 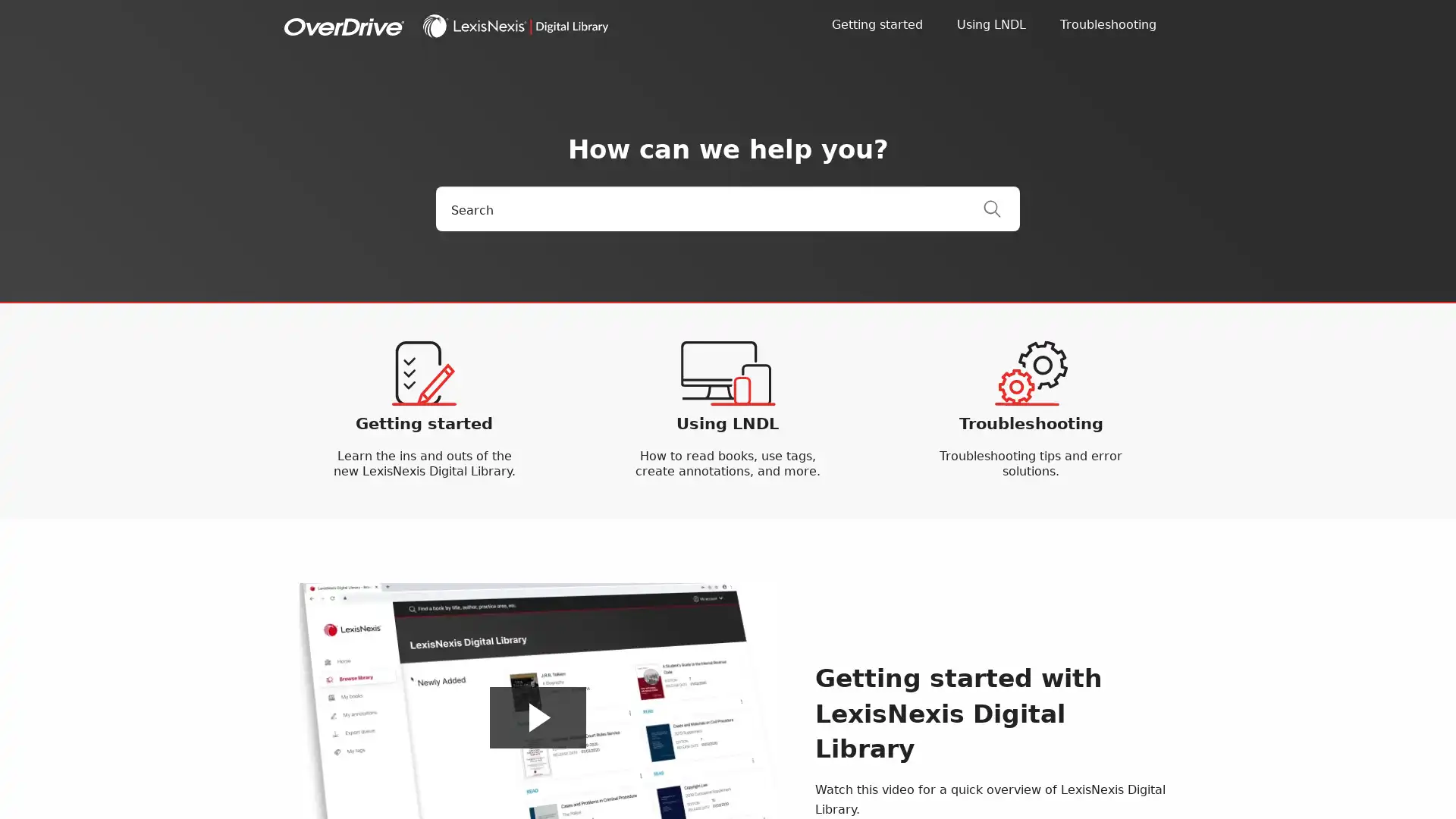 What do you see at coordinates (1001, 209) in the screenshot?
I see `Search` at bounding box center [1001, 209].